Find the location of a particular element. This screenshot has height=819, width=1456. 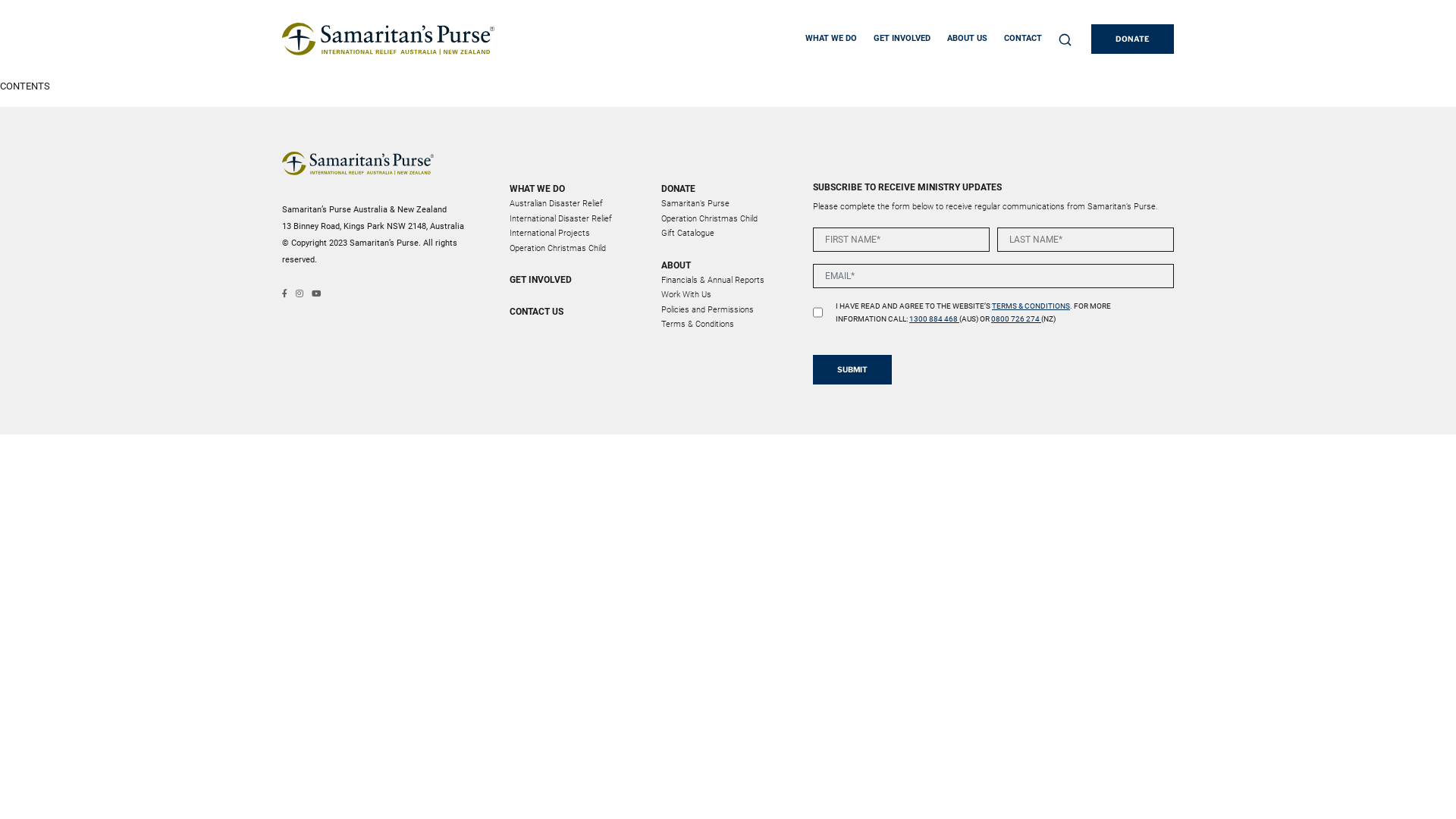

'ABOUT US' is located at coordinates (946, 38).